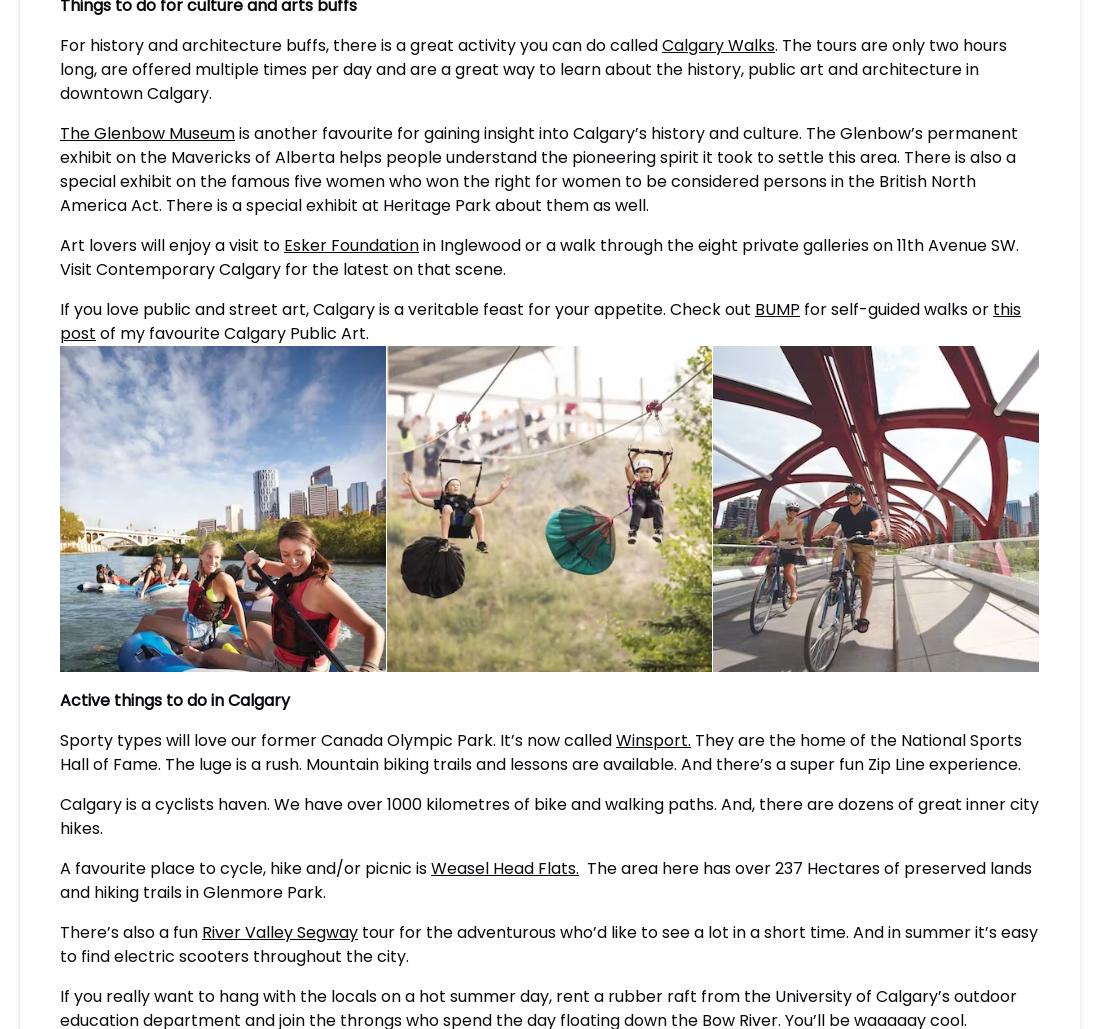 The image size is (1100, 1029). Describe the element at coordinates (546, 878) in the screenshot. I see `'The area here has over 237 Hectares of preserved lands and hiking trails in Glenmore Park.'` at that location.